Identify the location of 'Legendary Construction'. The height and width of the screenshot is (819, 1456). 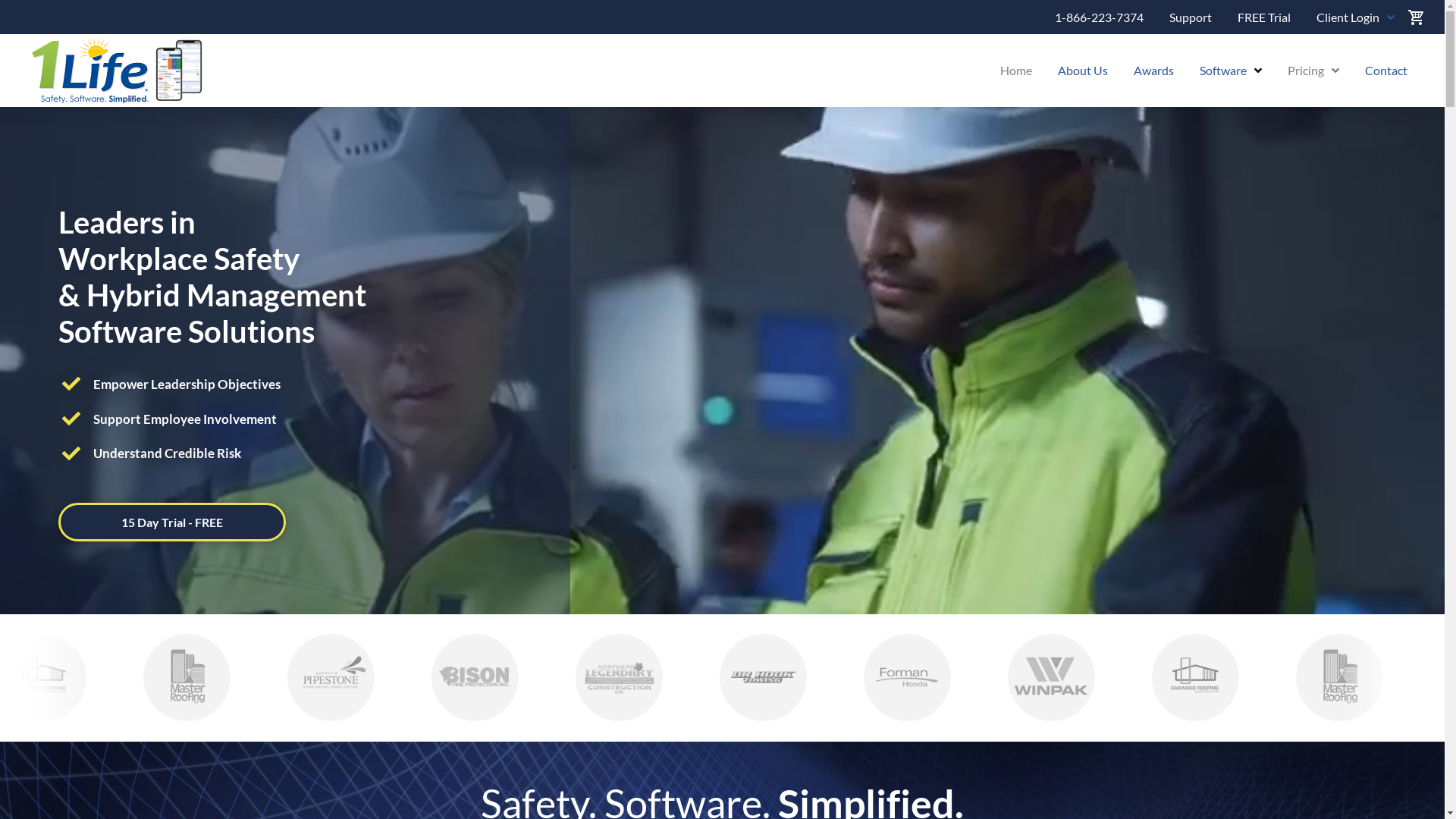
(586, 676).